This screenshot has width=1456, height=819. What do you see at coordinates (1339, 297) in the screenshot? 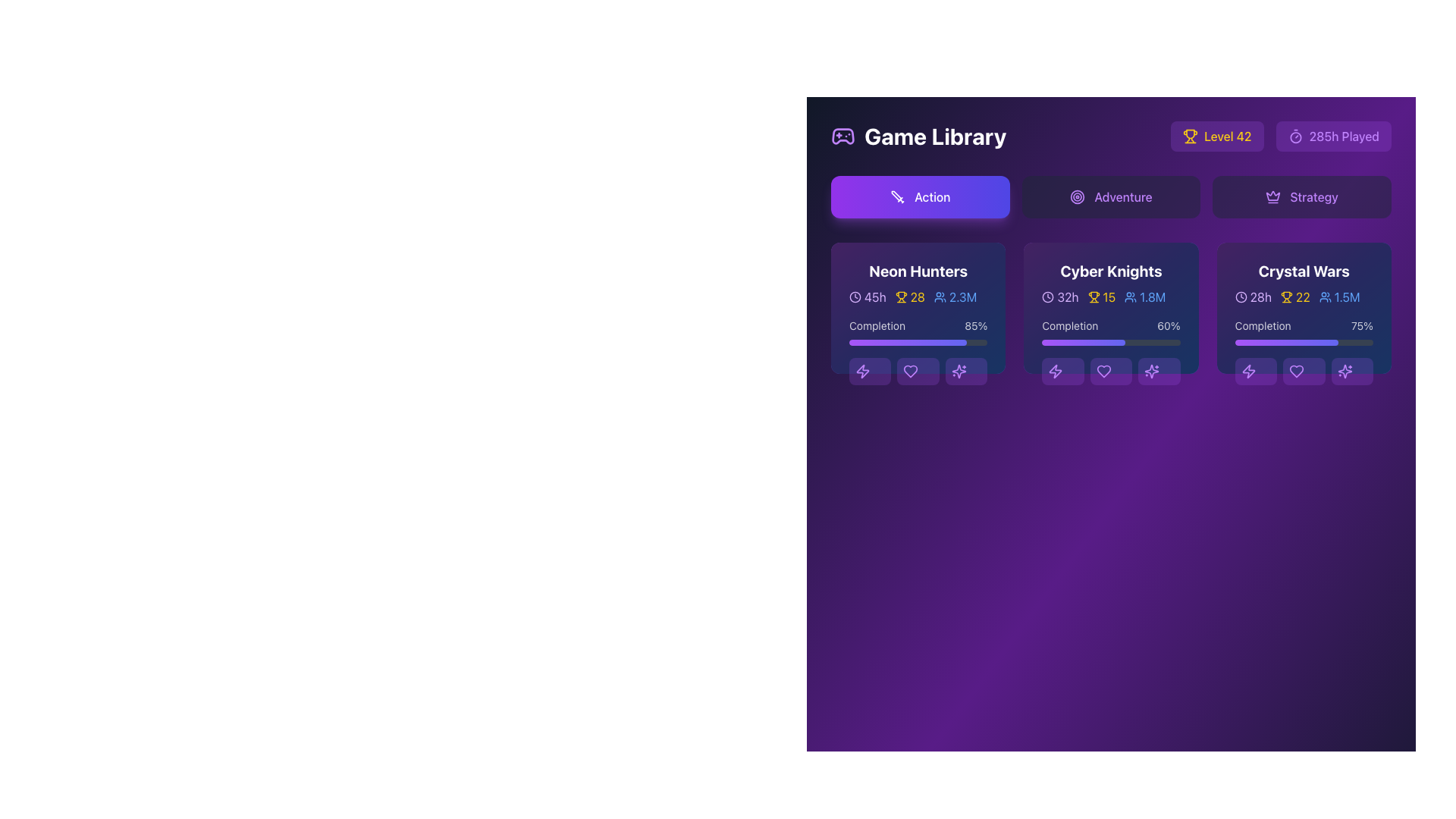
I see `the static label displaying the participant count of '1.5M' in the bottom-right information line of the 'Crystal Wars' card in the Game Library interface` at bounding box center [1339, 297].